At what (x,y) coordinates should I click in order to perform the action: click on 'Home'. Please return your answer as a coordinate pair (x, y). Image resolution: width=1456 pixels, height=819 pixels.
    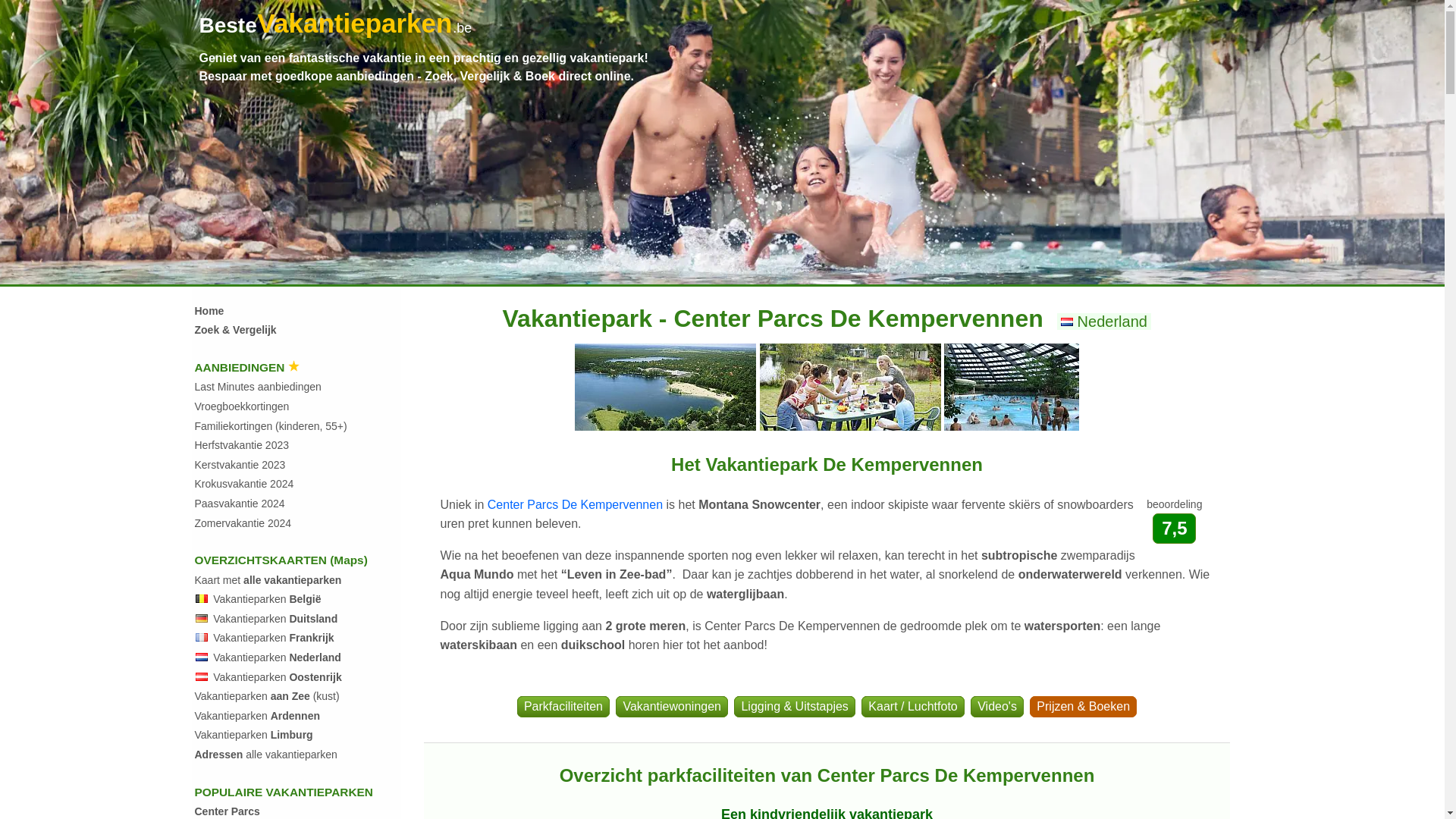
    Looking at the image, I should click on (208, 309).